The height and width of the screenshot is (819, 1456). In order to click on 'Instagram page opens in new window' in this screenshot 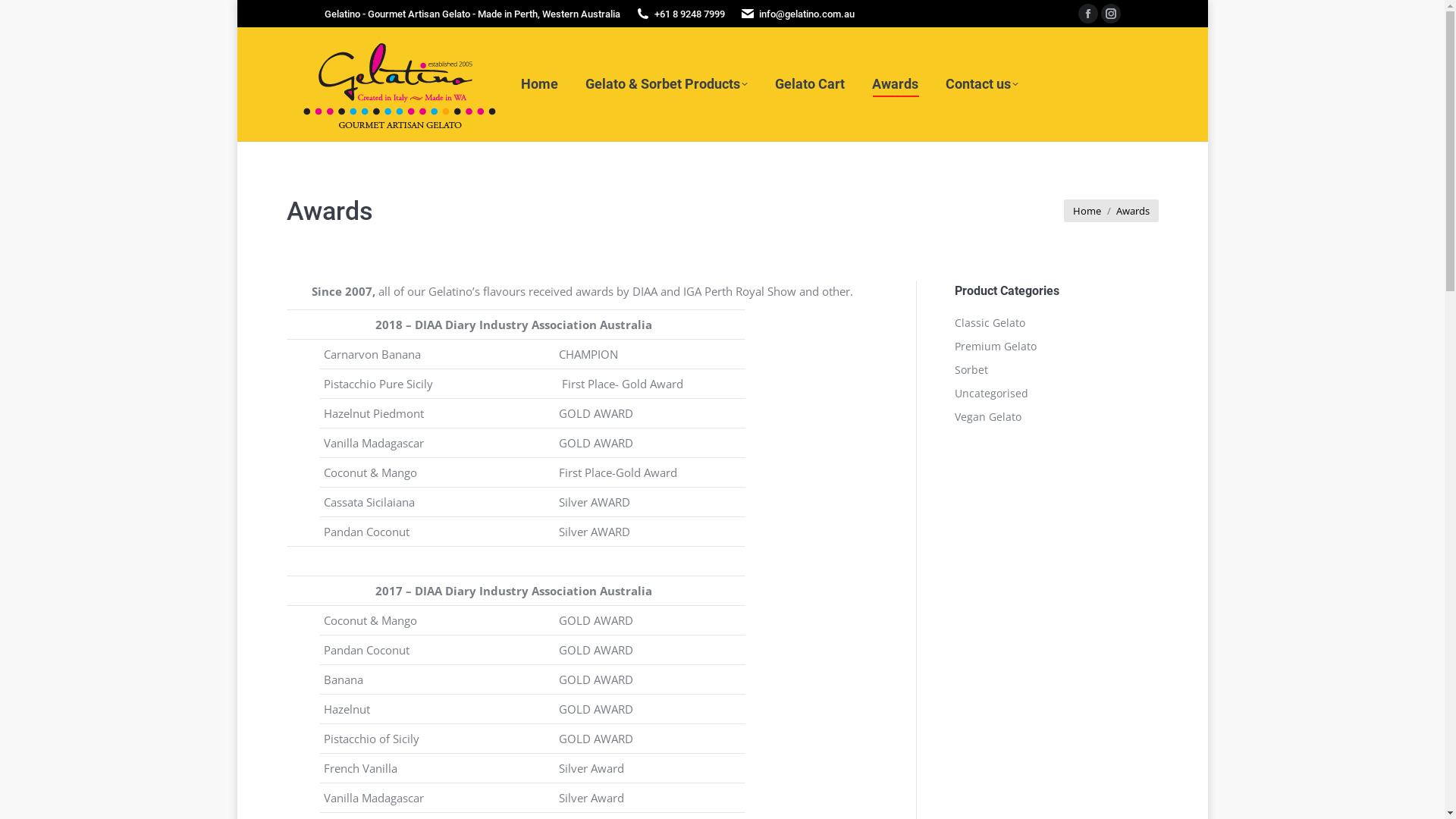, I will do `click(1110, 14)`.